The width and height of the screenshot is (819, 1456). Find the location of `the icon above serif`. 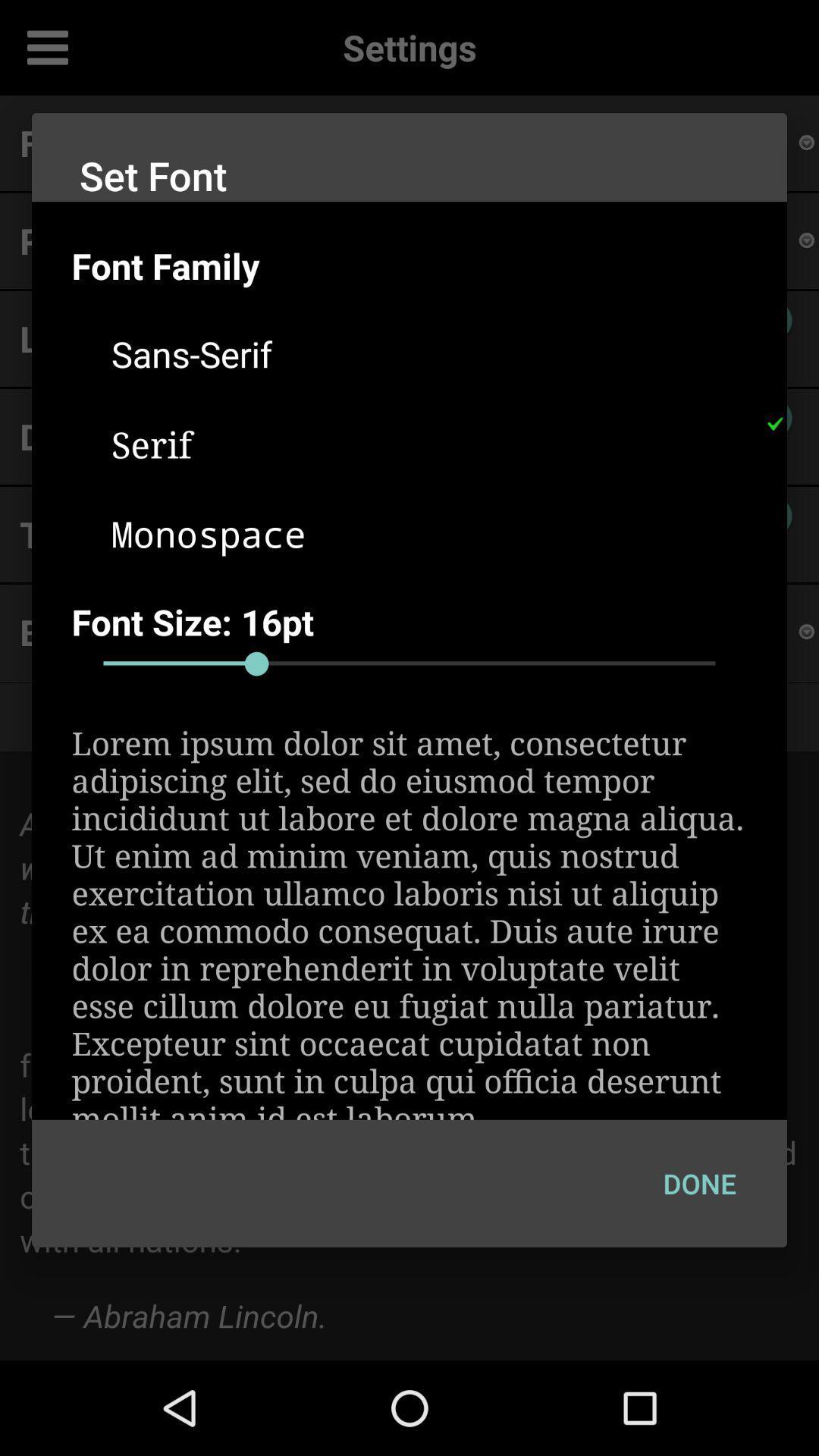

the icon above serif is located at coordinates (429, 353).